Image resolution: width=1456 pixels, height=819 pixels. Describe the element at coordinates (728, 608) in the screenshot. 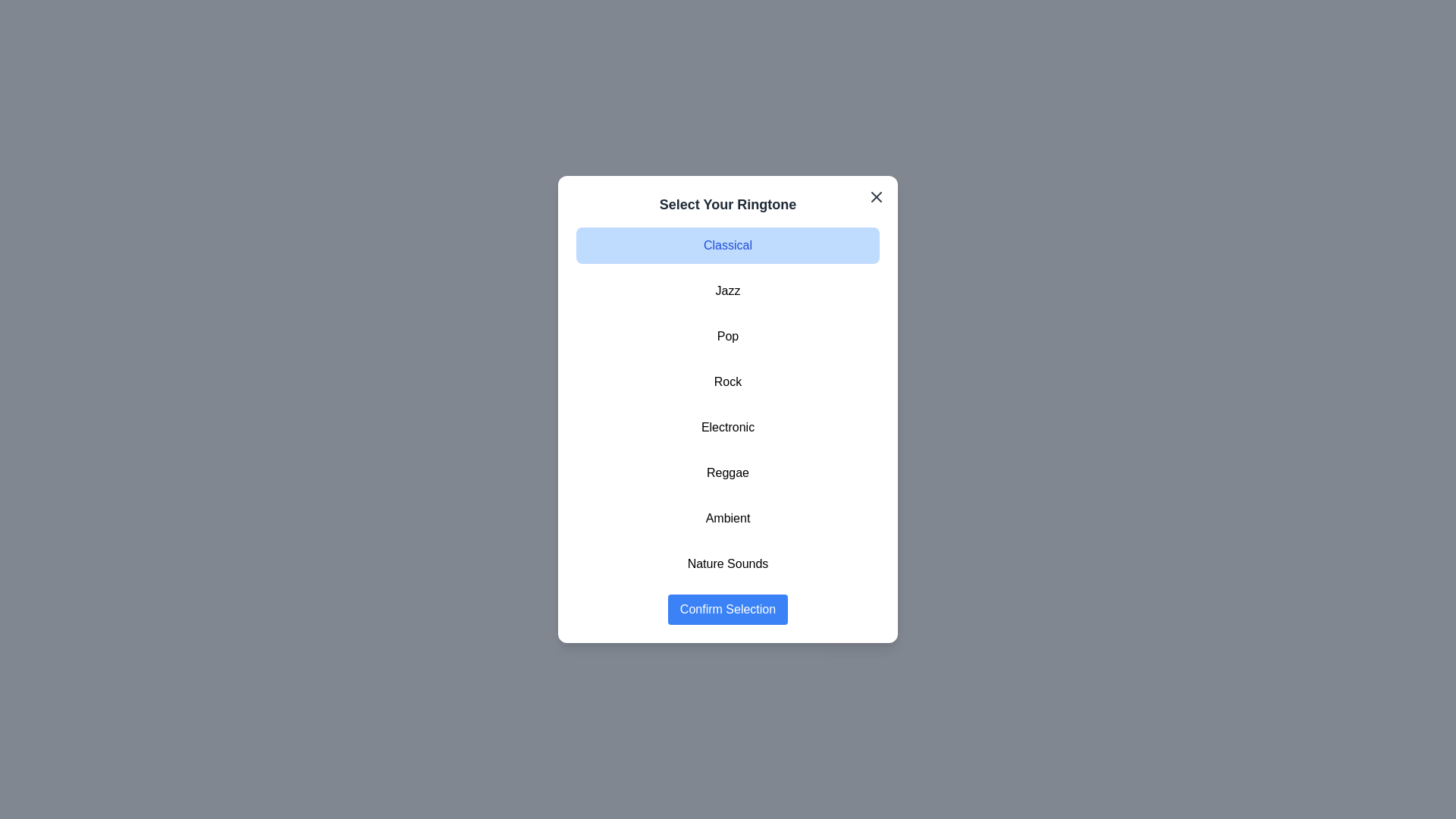

I see `'Confirm Selection' button to confirm the selected ringtone` at that location.